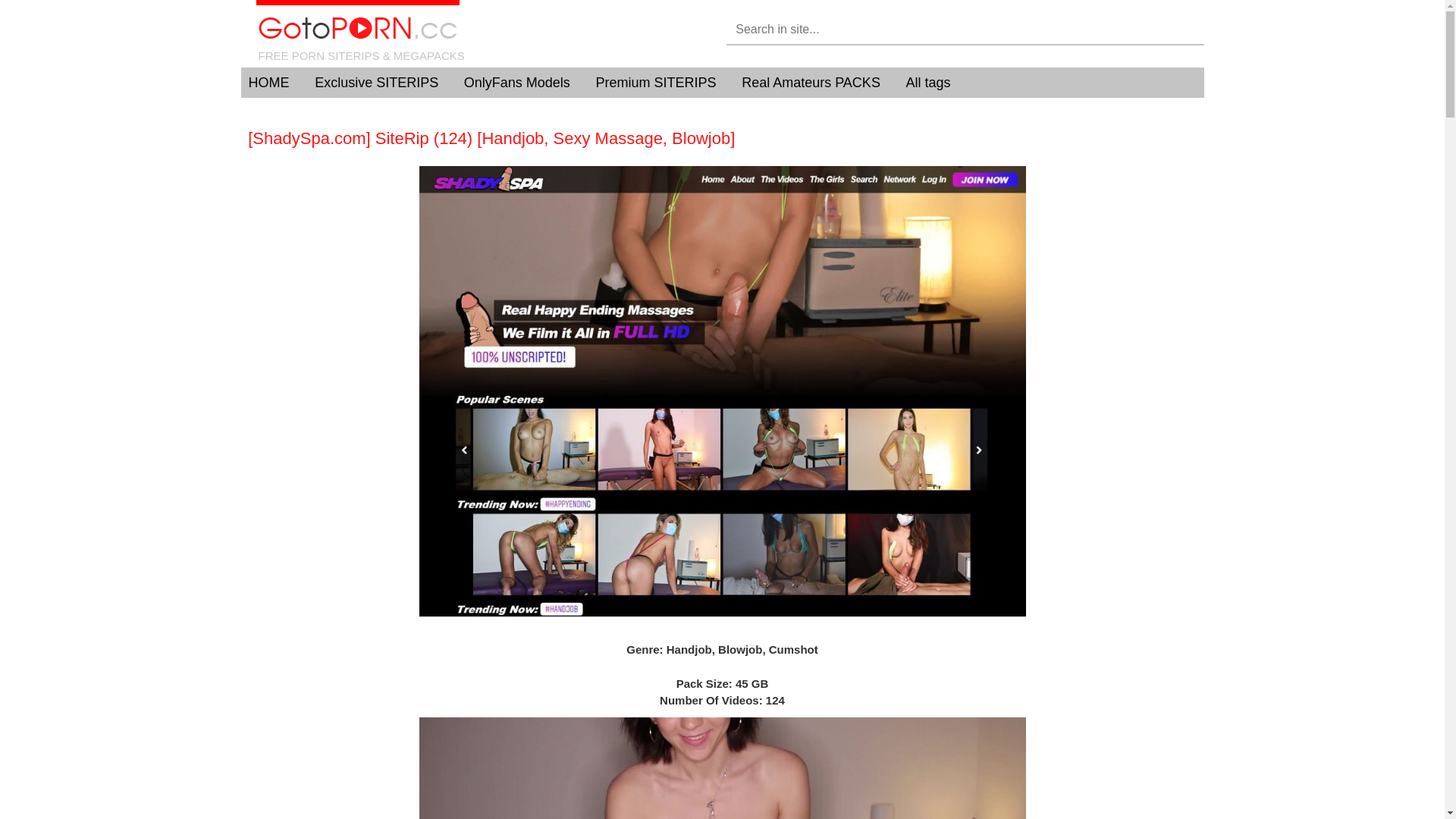 Image resolution: width=1456 pixels, height=819 pixels. Describe the element at coordinates (742, 82) in the screenshot. I see `'Real Amateurs PACKS'` at that location.